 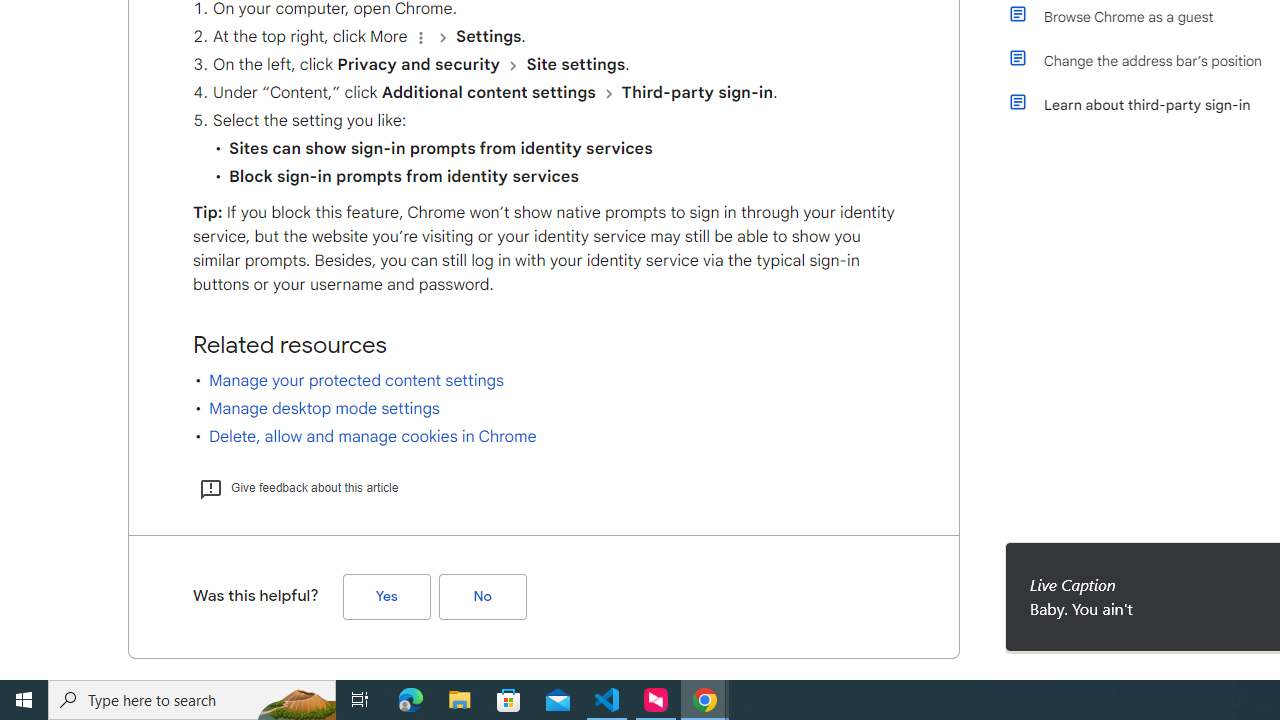 What do you see at coordinates (373, 436) in the screenshot?
I see `'Delete, allow and manage cookies in Chrome'` at bounding box center [373, 436].